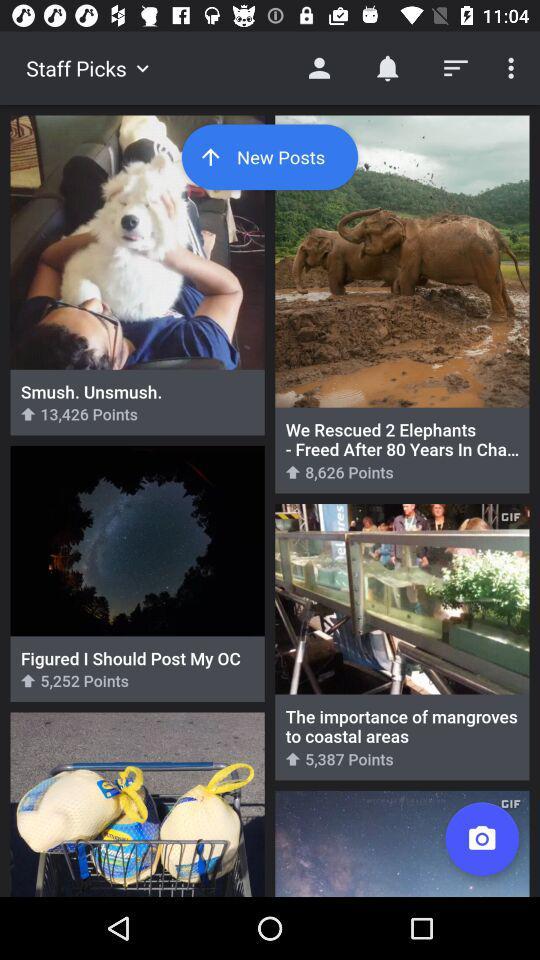  Describe the element at coordinates (481, 839) in the screenshot. I see `the photo icon` at that location.